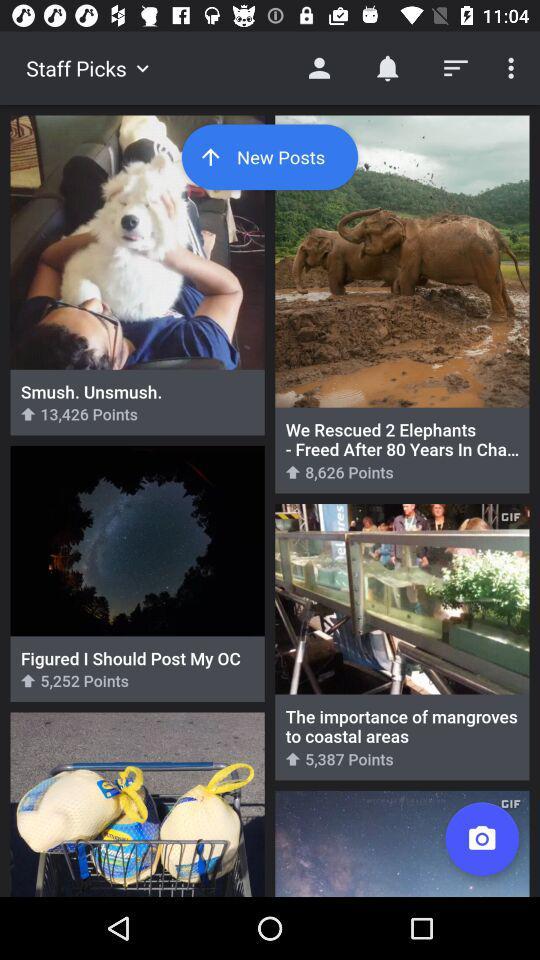  Describe the element at coordinates (481, 839) in the screenshot. I see `the photo icon` at that location.